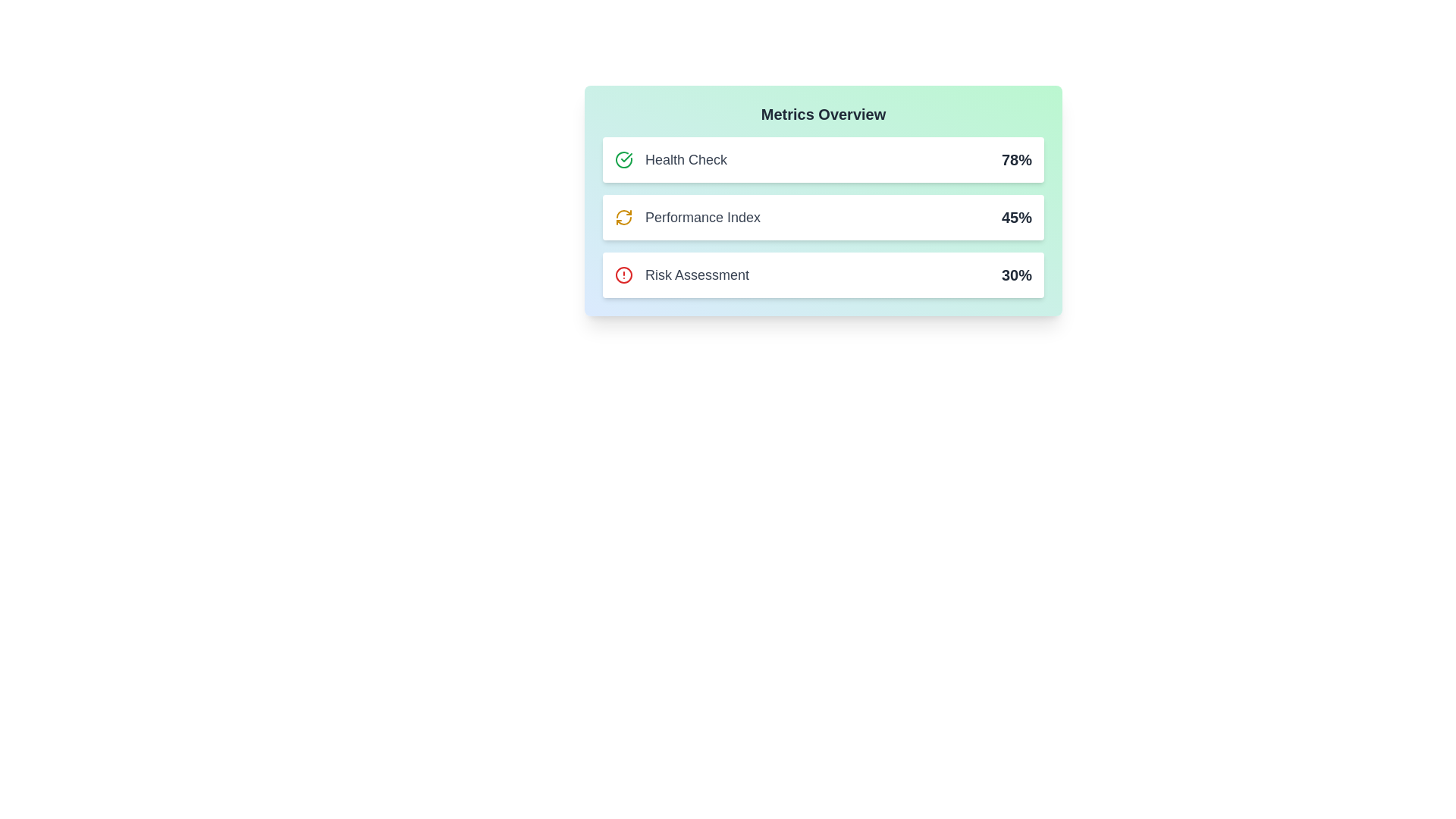 The height and width of the screenshot is (819, 1456). Describe the element at coordinates (822, 275) in the screenshot. I see `the 'Risk Assessment' informational card located in the third row of the card group, positioned between the 'Performance Index' card and the empty space below it` at that location.